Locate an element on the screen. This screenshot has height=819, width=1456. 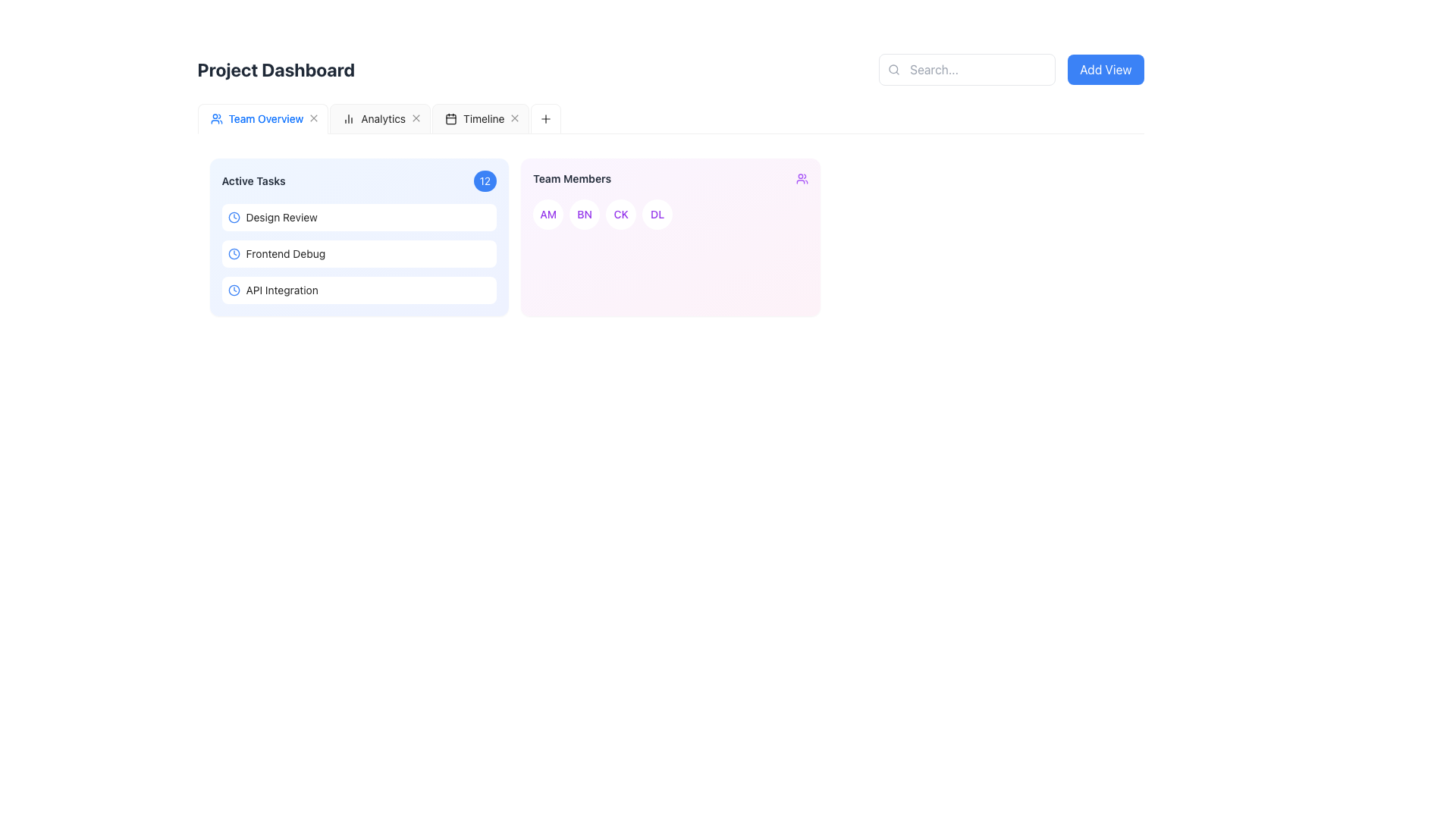
the blue clock icon located in the 'API Integration' section of the 'Active Tasks' panel, positioned to the left of the text 'API Integration' is located at coordinates (233, 290).